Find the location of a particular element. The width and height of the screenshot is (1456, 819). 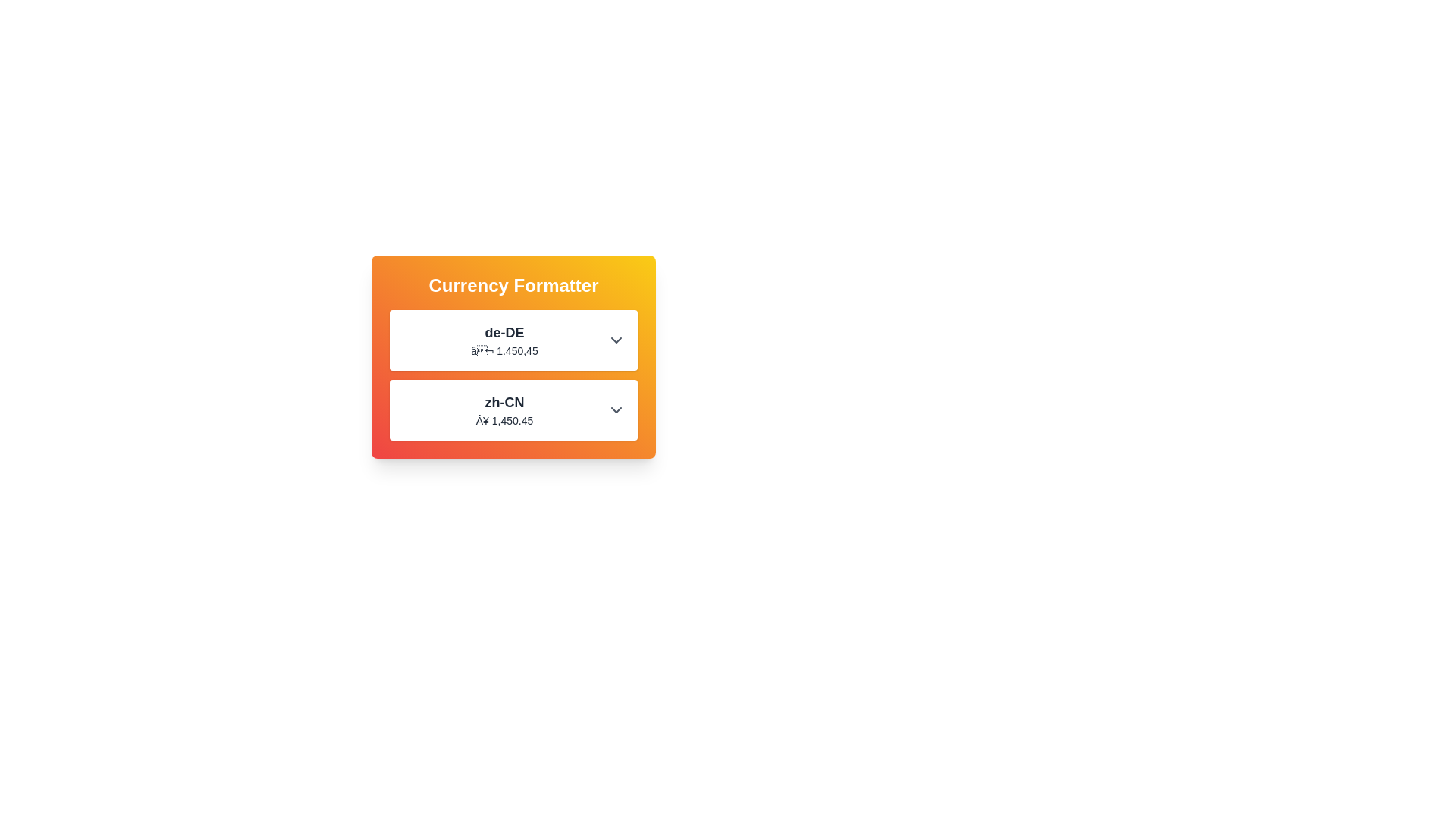

the chevron icon located on the right side of the rounded white box that contains the text 'de-DE' and a formatted currency representation is located at coordinates (616, 339).